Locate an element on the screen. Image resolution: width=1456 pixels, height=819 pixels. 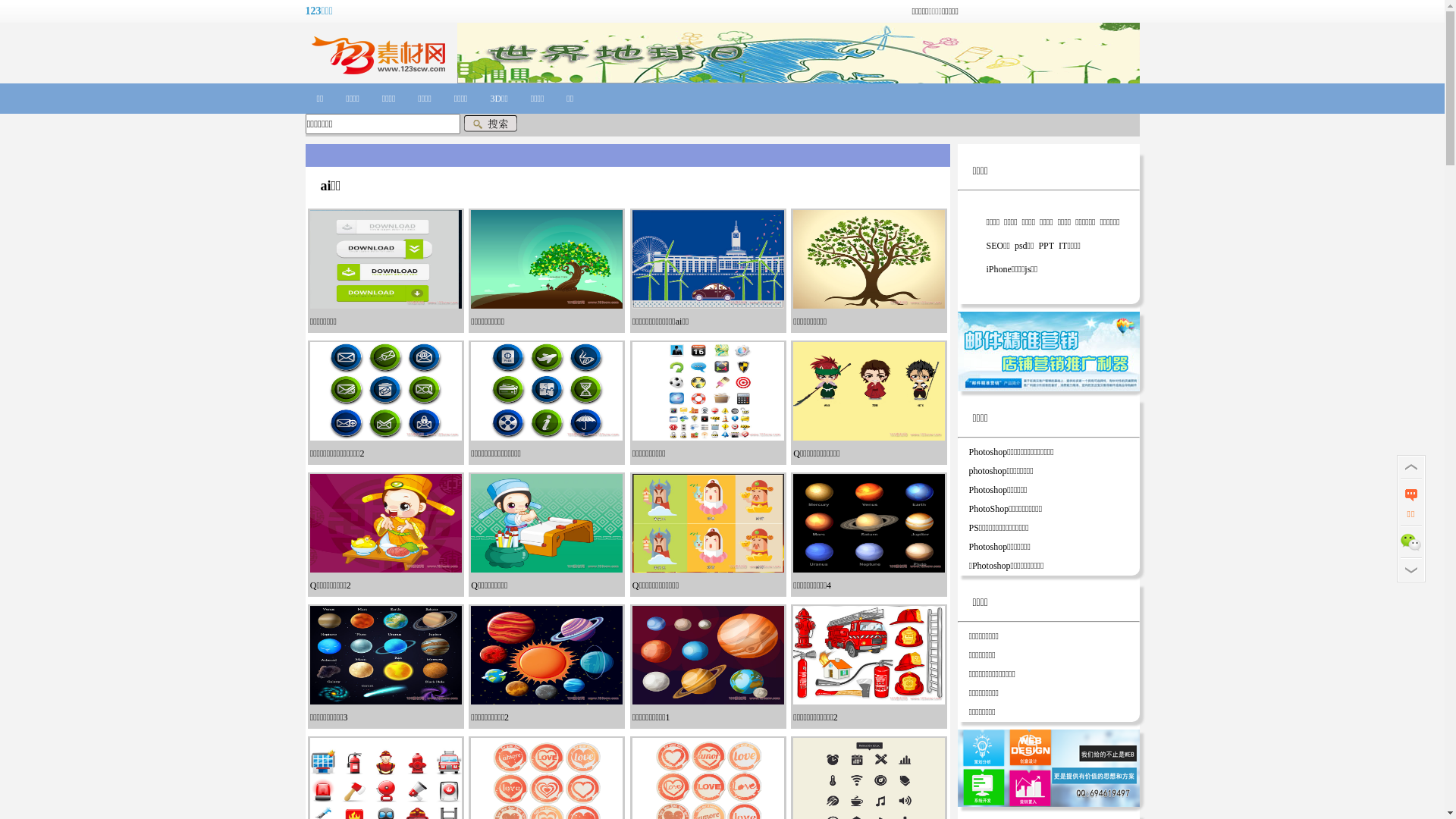
'PPT' is located at coordinates (1035, 245).